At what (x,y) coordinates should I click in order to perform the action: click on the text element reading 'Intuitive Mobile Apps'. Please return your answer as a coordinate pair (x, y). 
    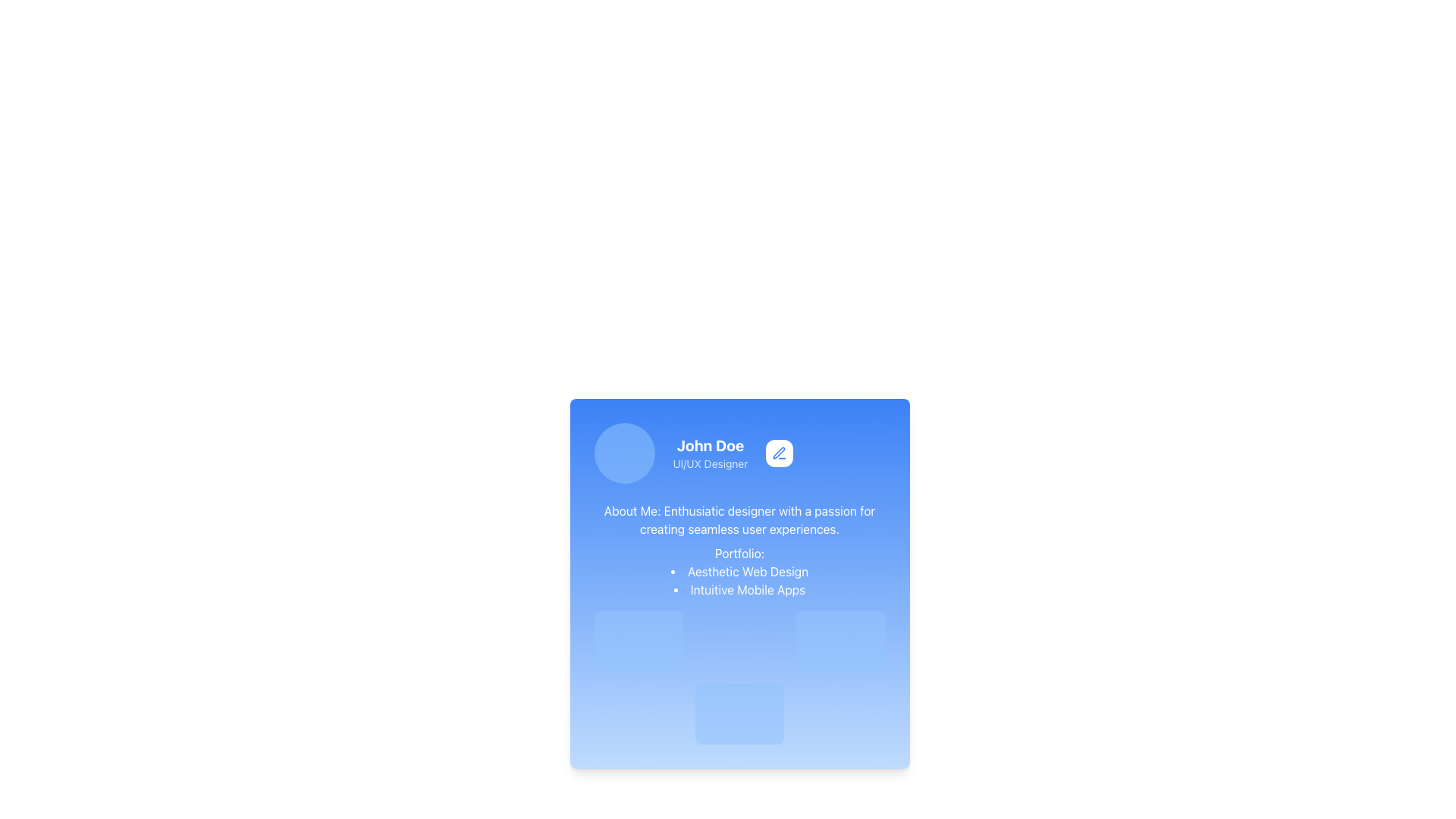
    Looking at the image, I should click on (739, 589).